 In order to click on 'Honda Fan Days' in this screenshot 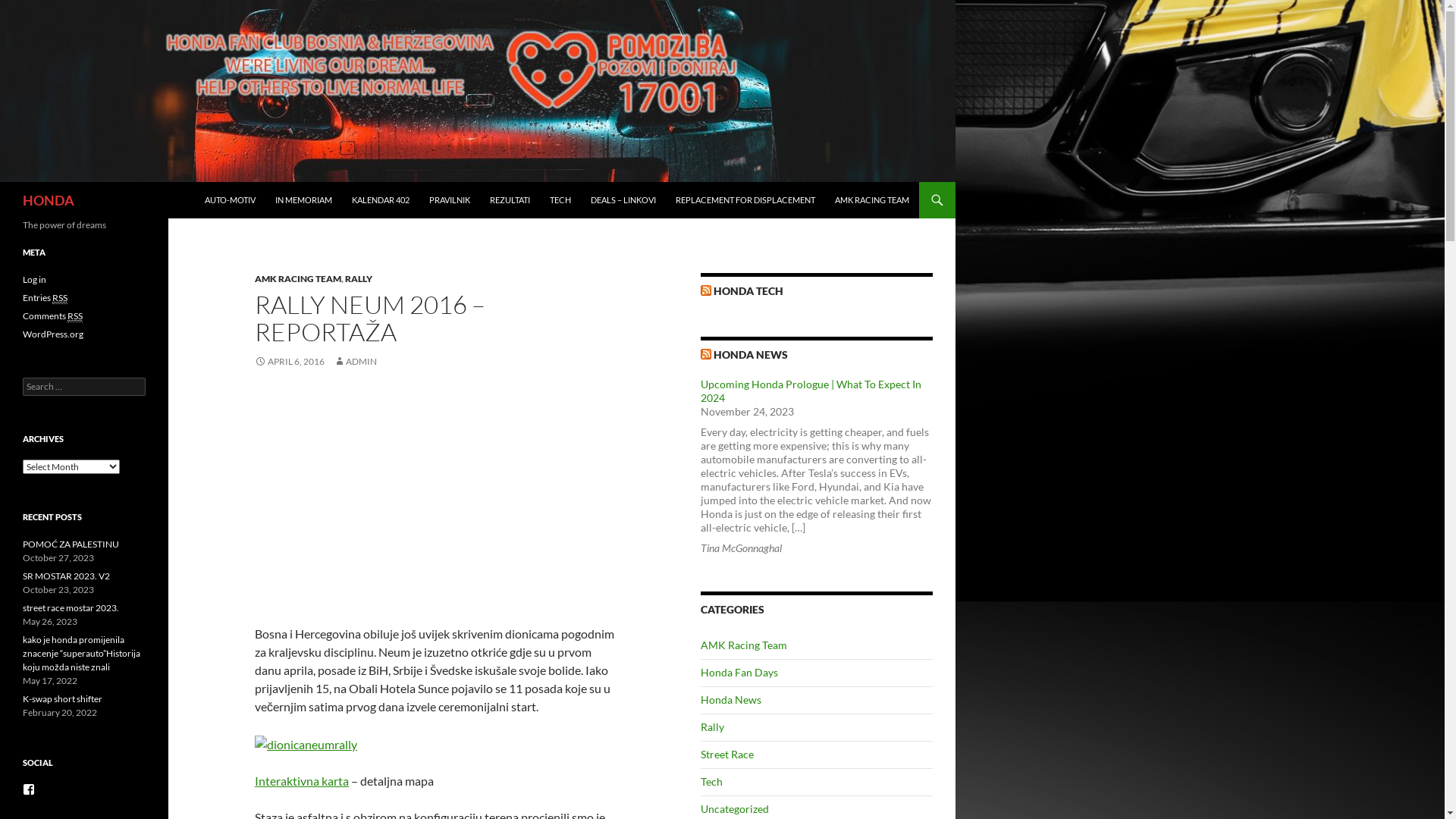, I will do `click(739, 671)`.